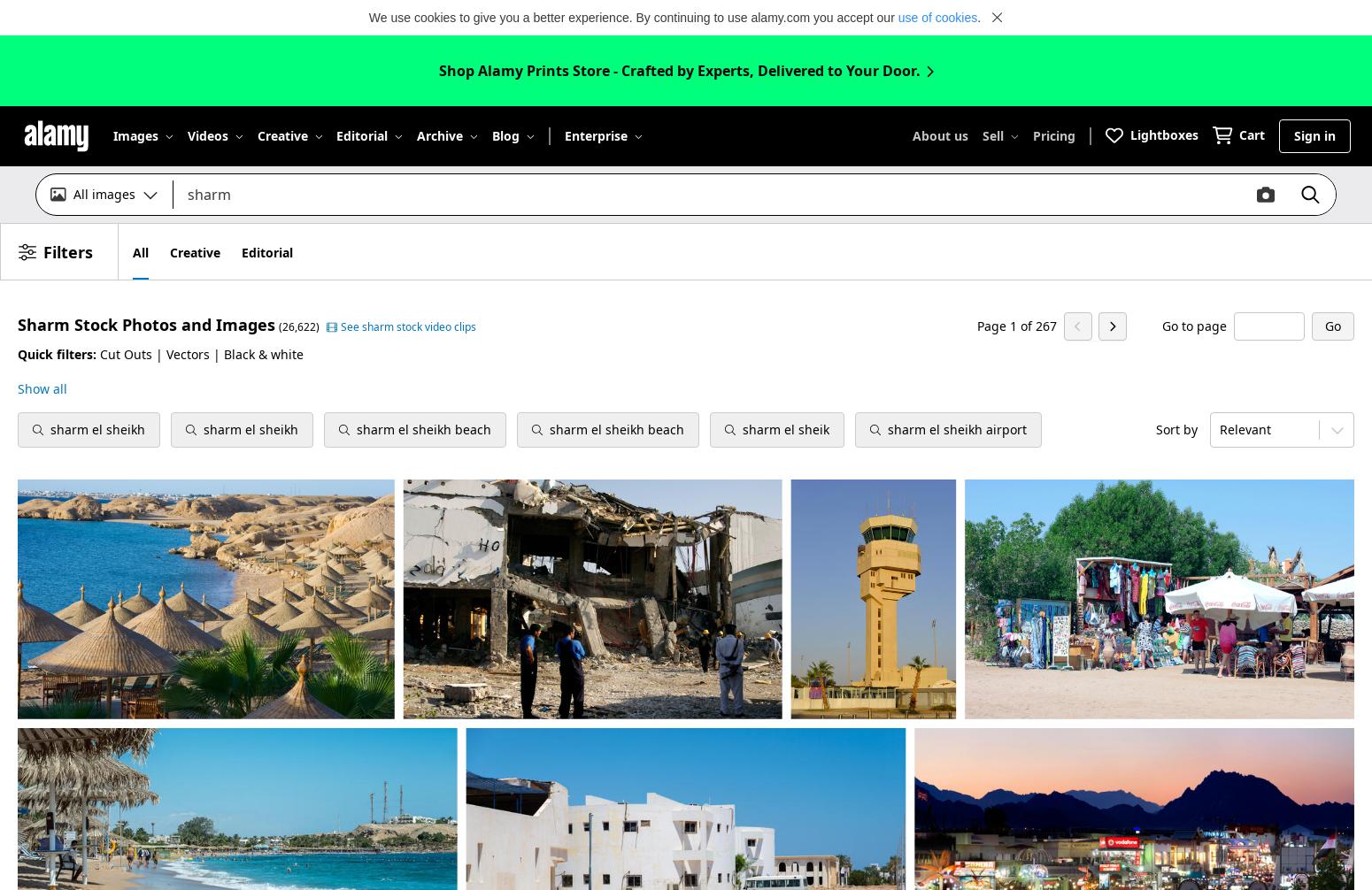 This screenshot has width=1372, height=890. What do you see at coordinates (42, 387) in the screenshot?
I see `'Show all'` at bounding box center [42, 387].